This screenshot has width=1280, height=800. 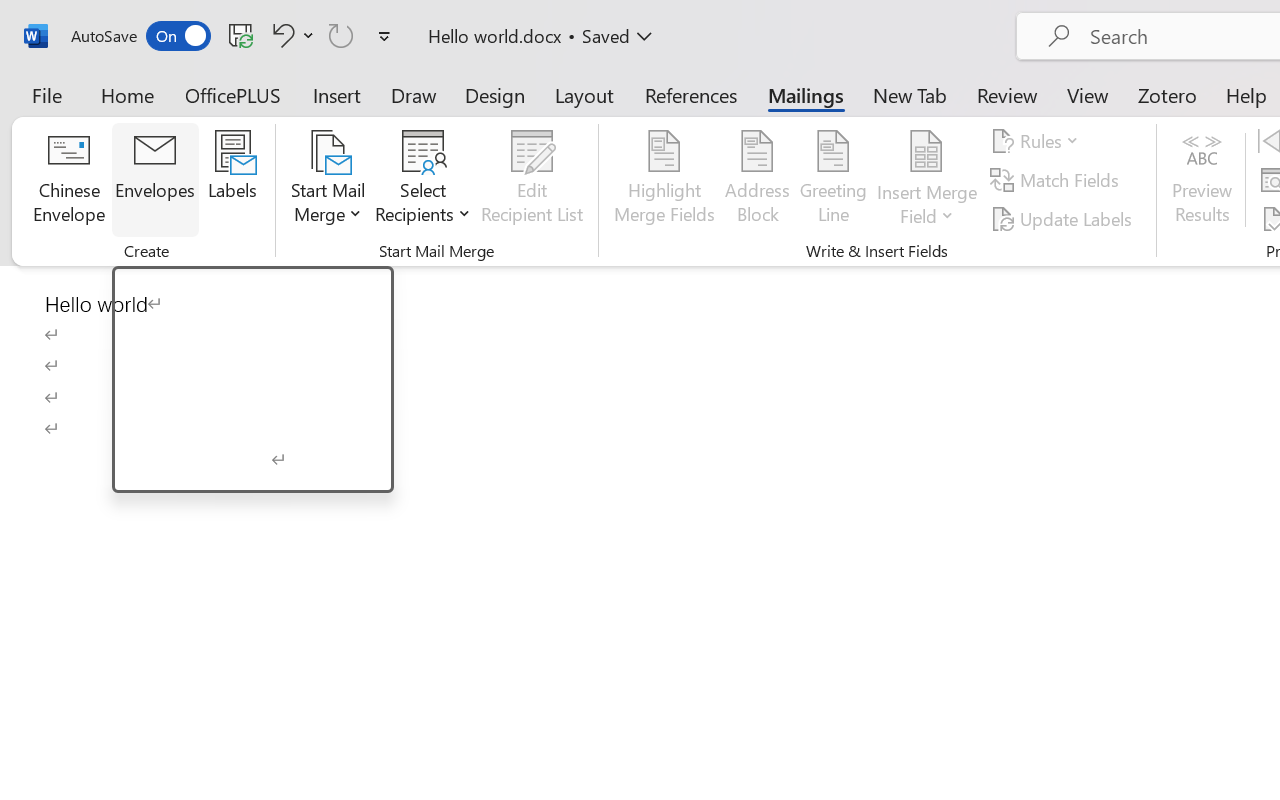 I want to click on 'Zotero', so click(x=1167, y=94).